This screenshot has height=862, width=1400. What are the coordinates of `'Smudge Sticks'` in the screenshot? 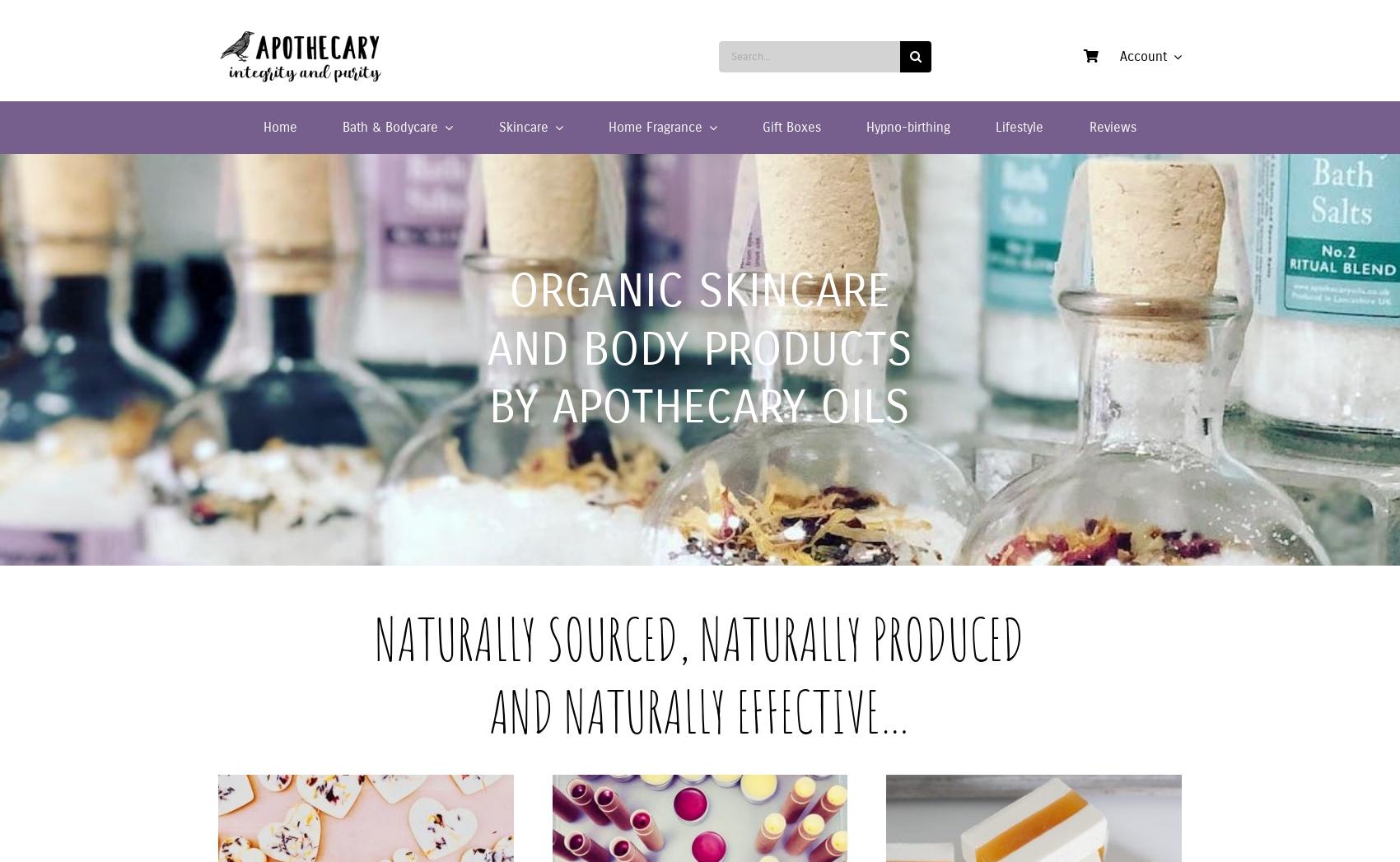 It's located at (940, 185).